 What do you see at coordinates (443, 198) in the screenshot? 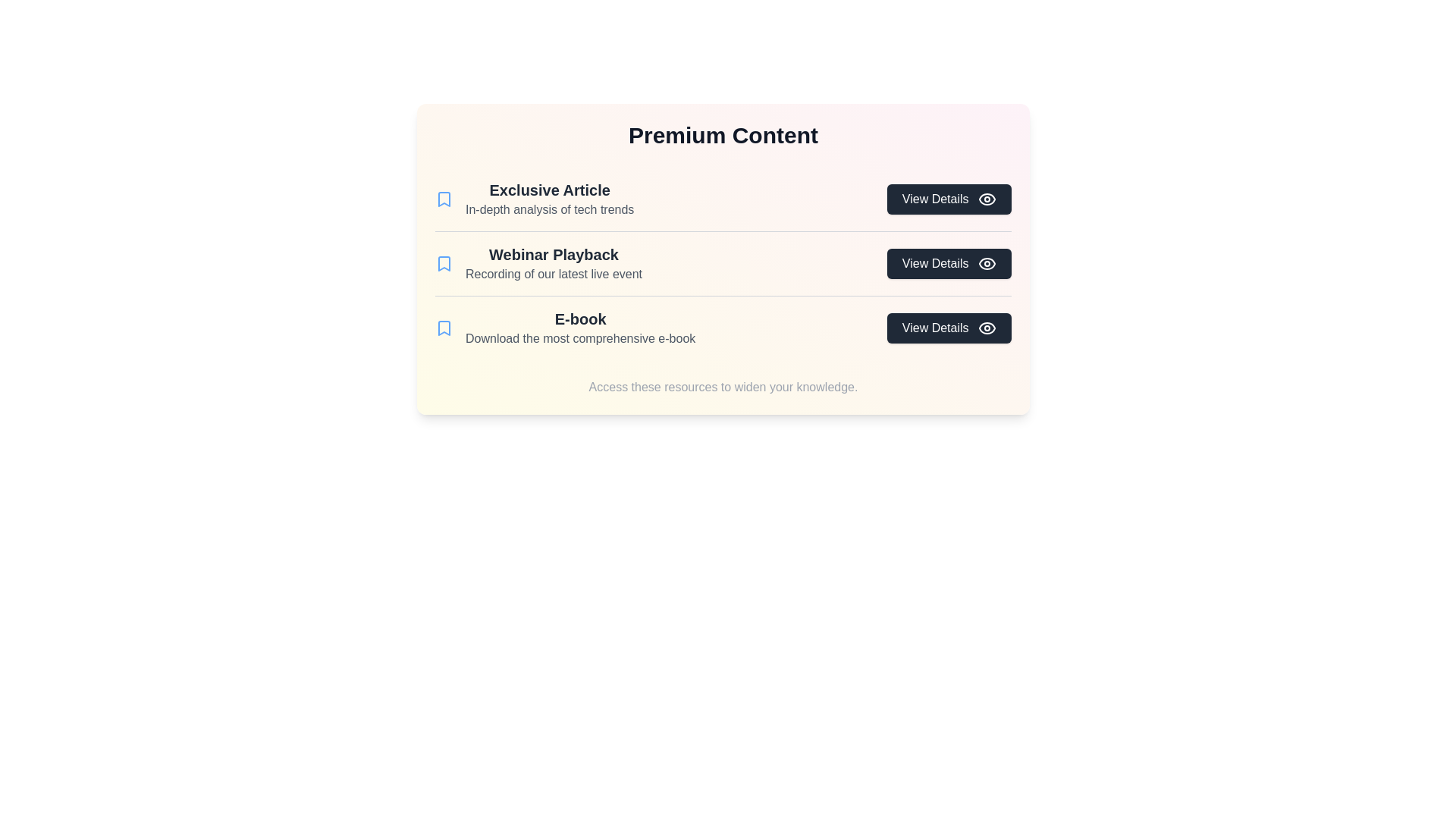
I see `the bookmark icon for the content item titled Exclusive Article` at bounding box center [443, 198].